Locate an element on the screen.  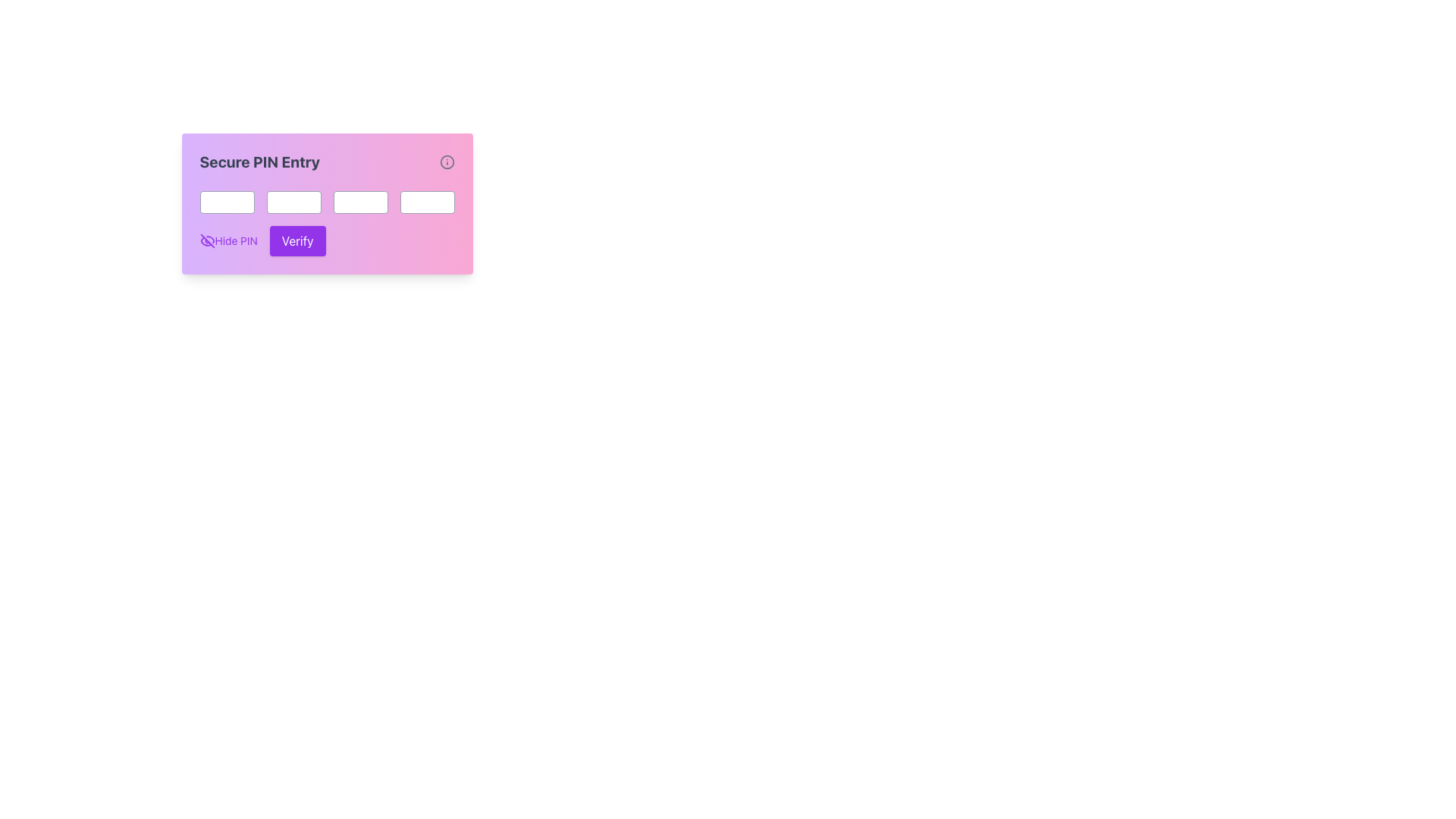
the button that toggles the visibility of the entered PIN, located beside the 'Verify' button in the bottom section of the PIN entry interface to potentially see tooltips is located at coordinates (227, 240).